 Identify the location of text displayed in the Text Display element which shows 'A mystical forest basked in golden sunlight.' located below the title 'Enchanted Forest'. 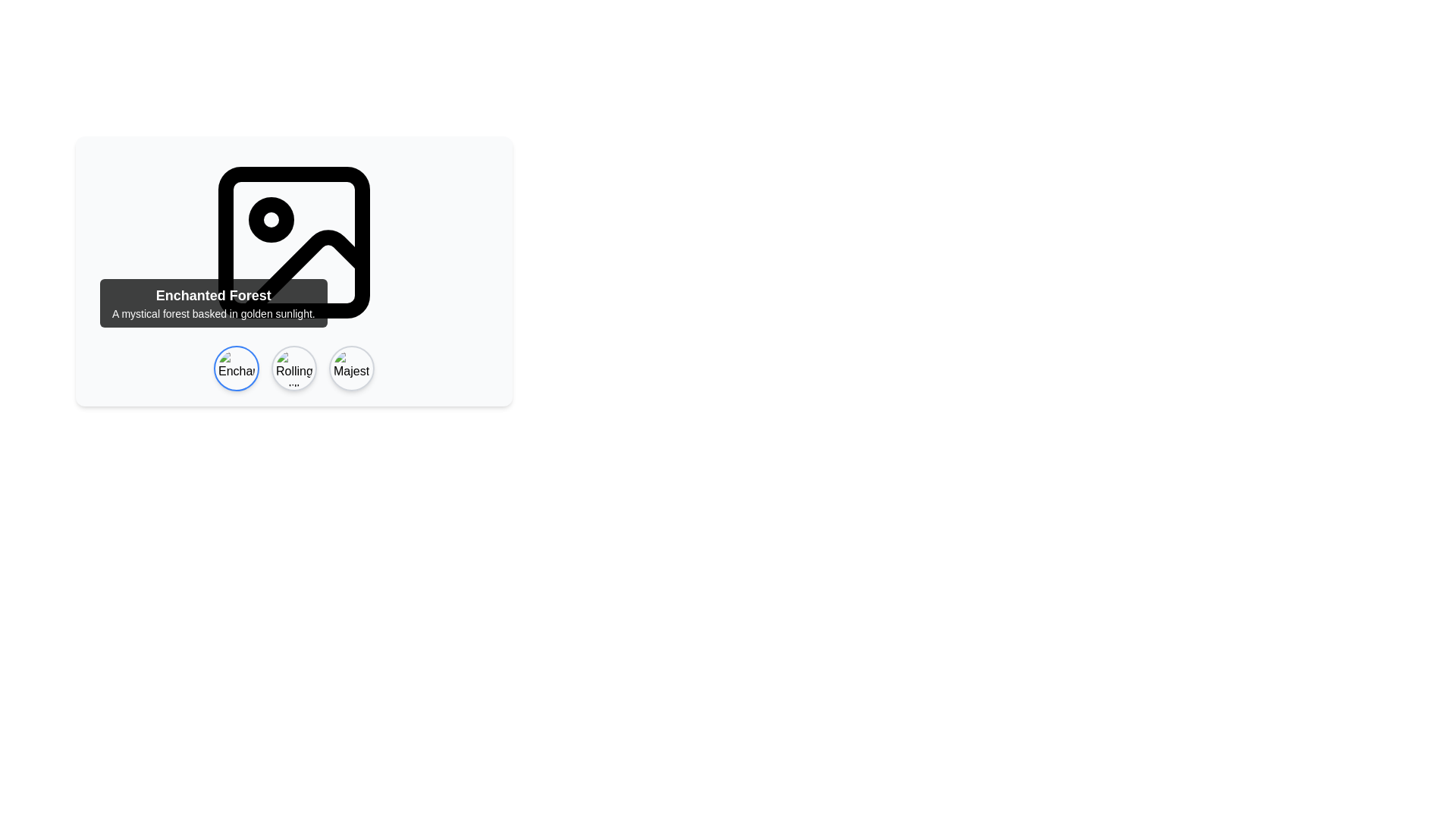
(212, 312).